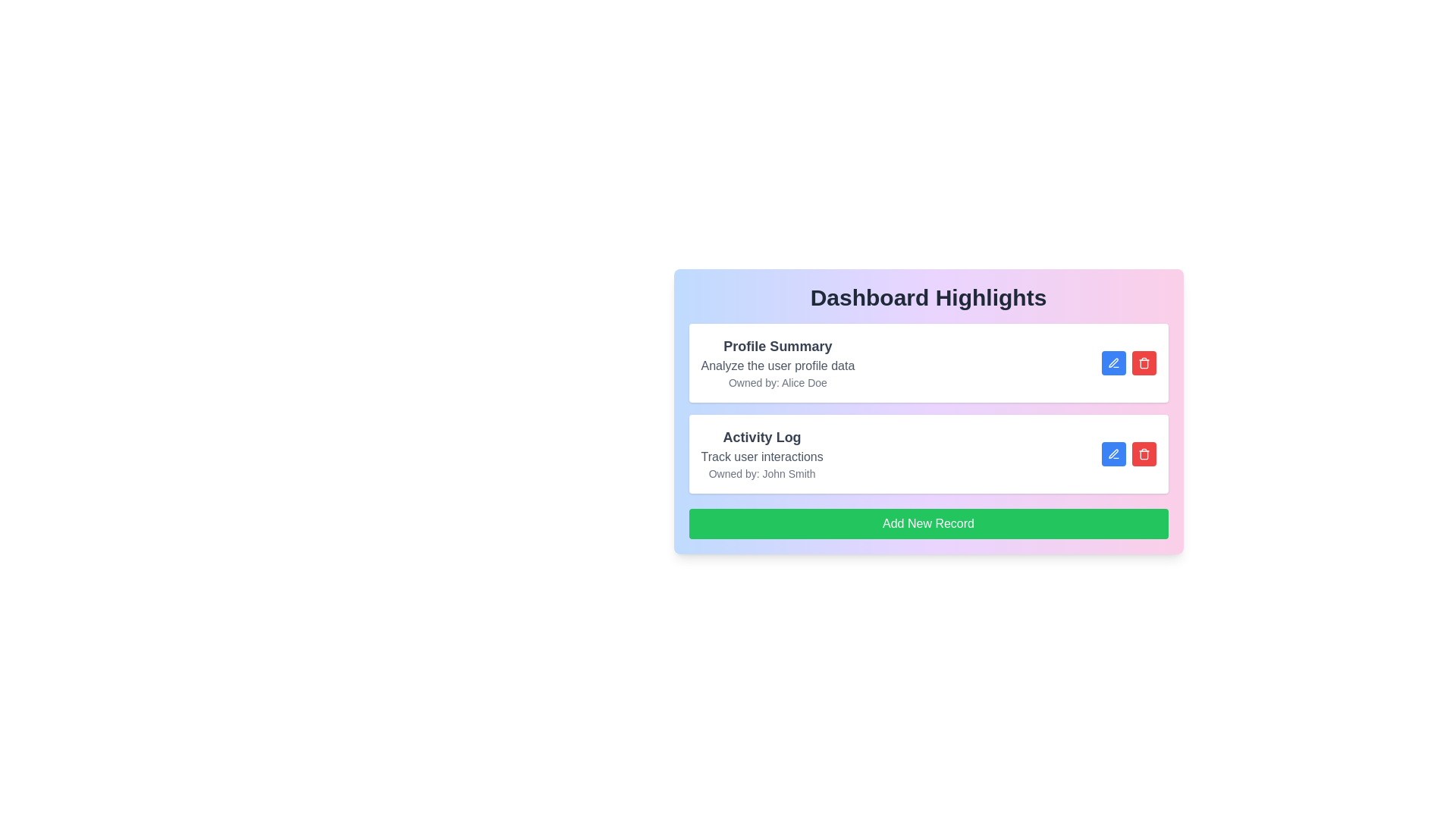 The height and width of the screenshot is (819, 1456). Describe the element at coordinates (1144, 362) in the screenshot. I see `the delete button with a rounded rectangular shape, red background, and white trash bin icon, located to the right of the blue edit button in the second row of the Activity Log section in the Dashboard Highlights widget` at that location.